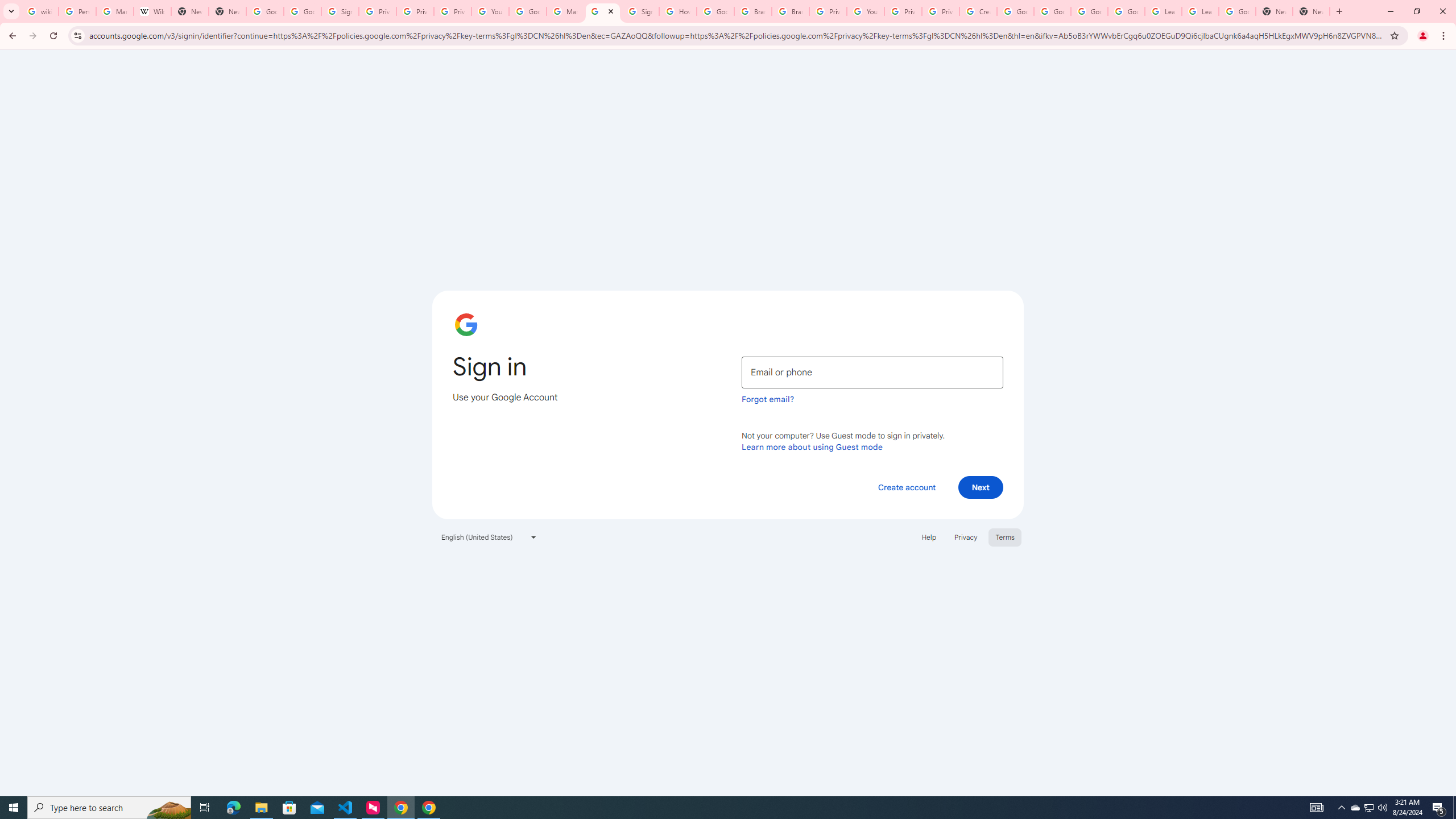 This screenshot has height=819, width=1456. I want to click on 'Manage your Location History - Google Search Help', so click(113, 11).